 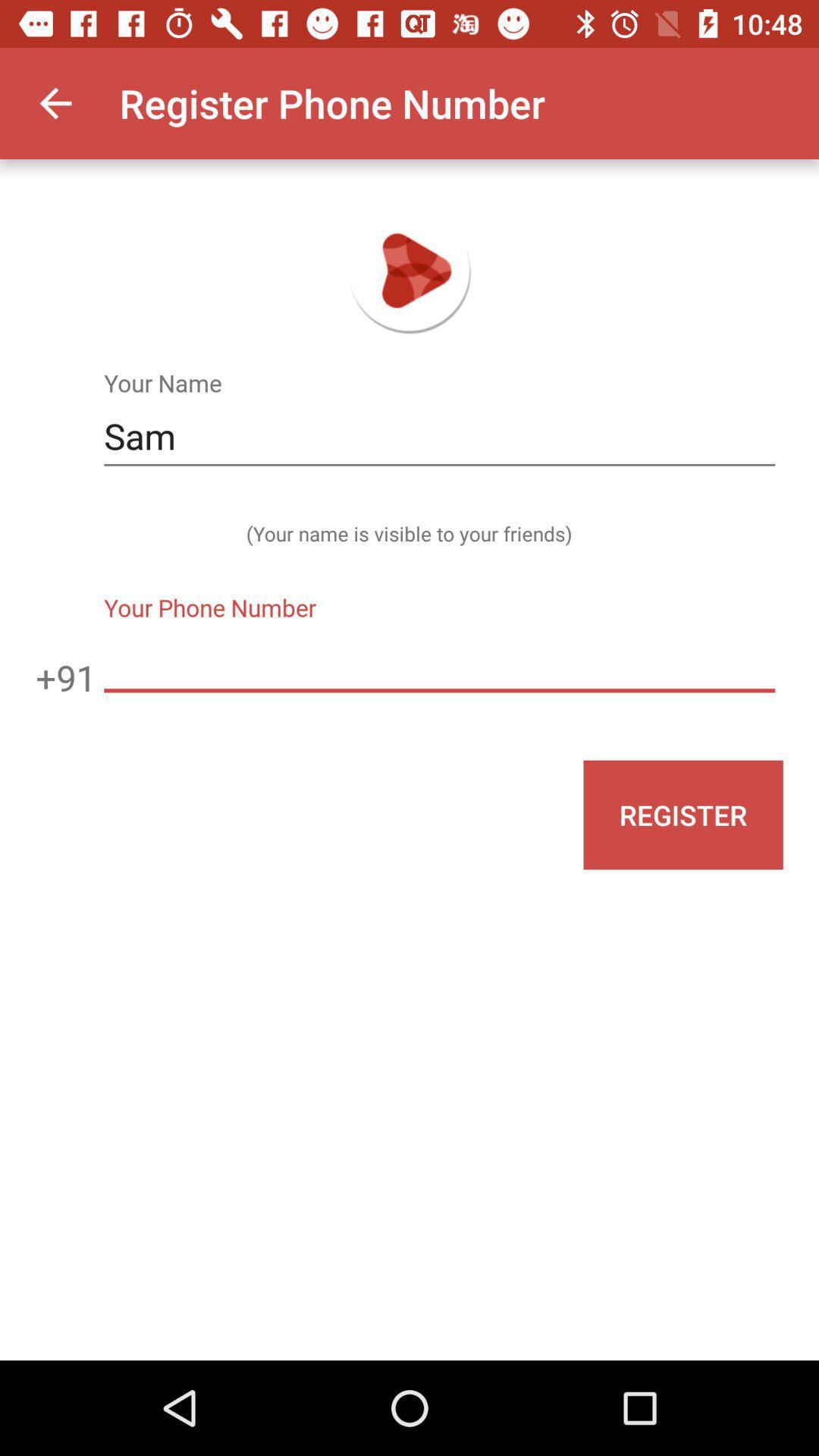 I want to click on item at the top left corner, so click(x=55, y=102).